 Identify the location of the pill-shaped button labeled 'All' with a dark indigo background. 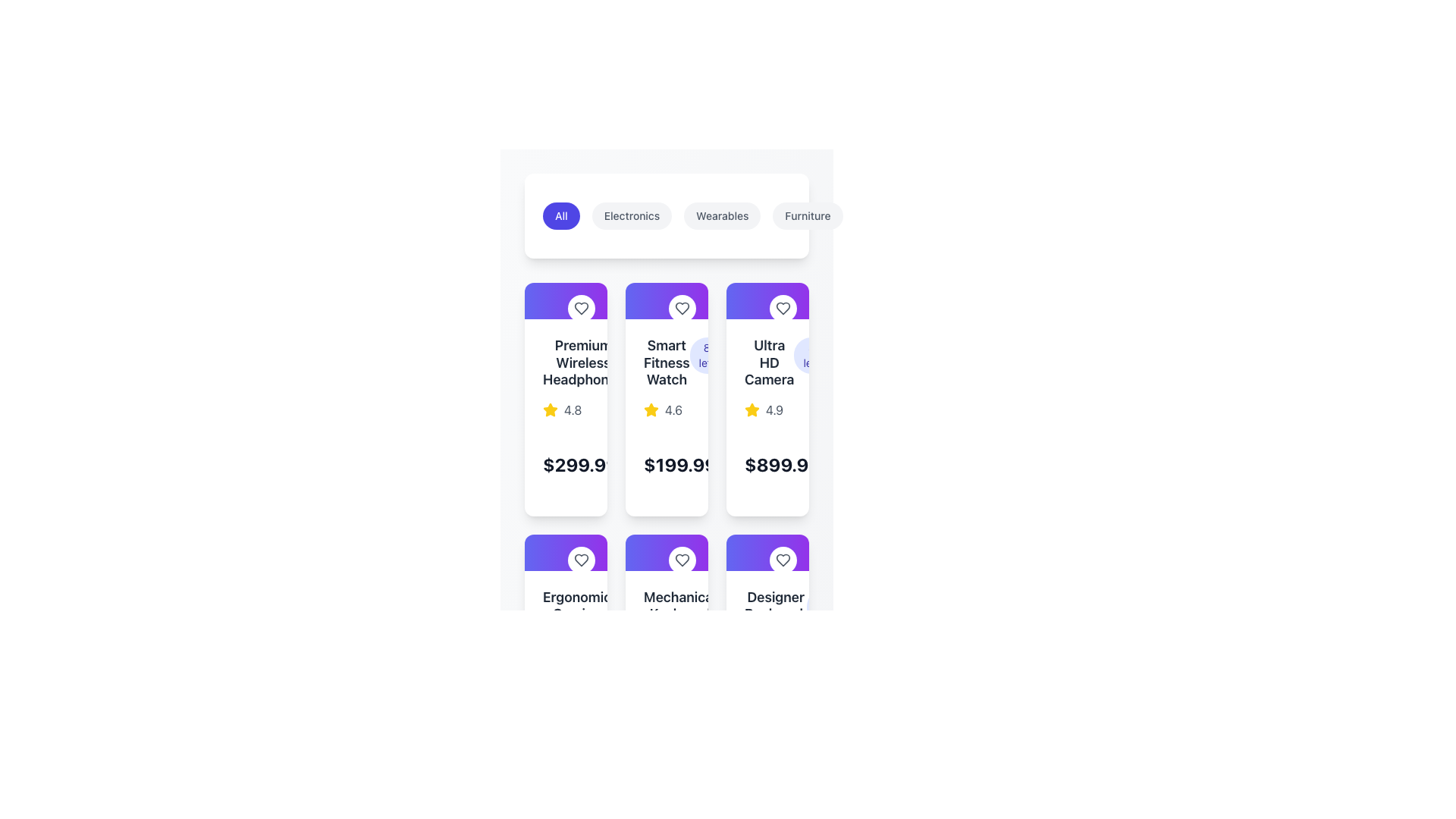
(560, 216).